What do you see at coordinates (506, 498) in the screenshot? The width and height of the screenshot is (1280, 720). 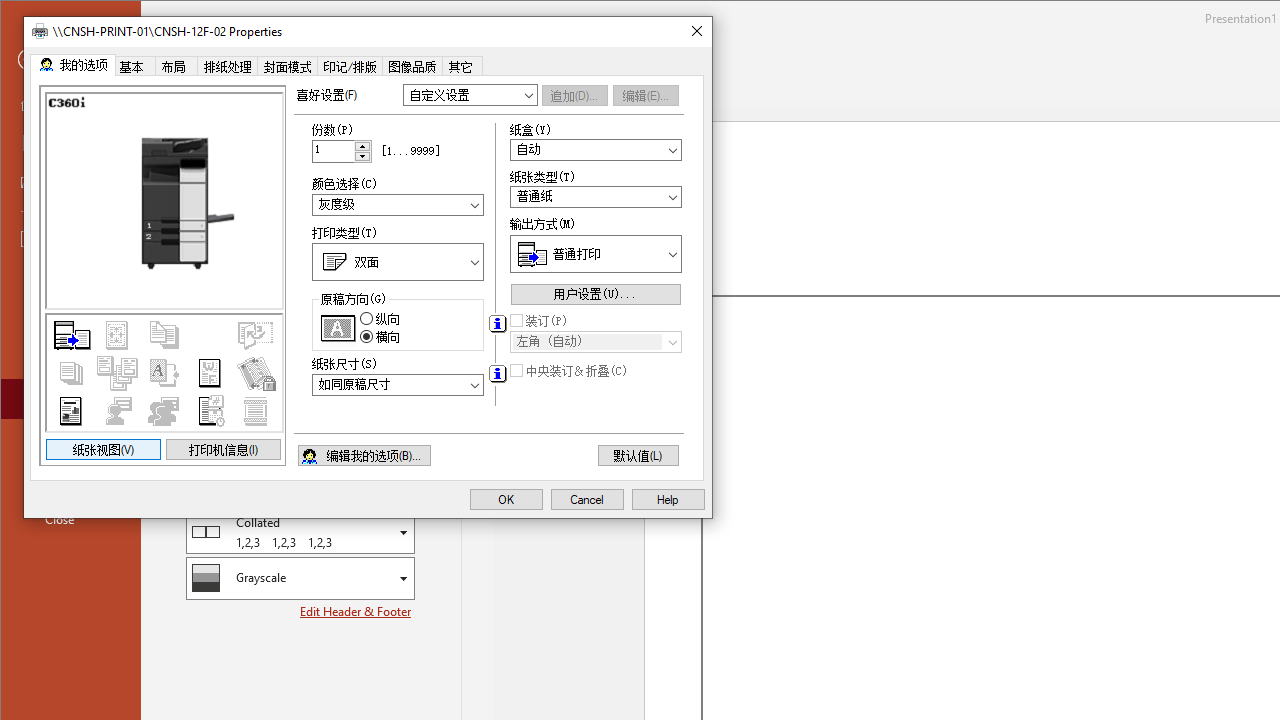 I see `'OK'` at bounding box center [506, 498].